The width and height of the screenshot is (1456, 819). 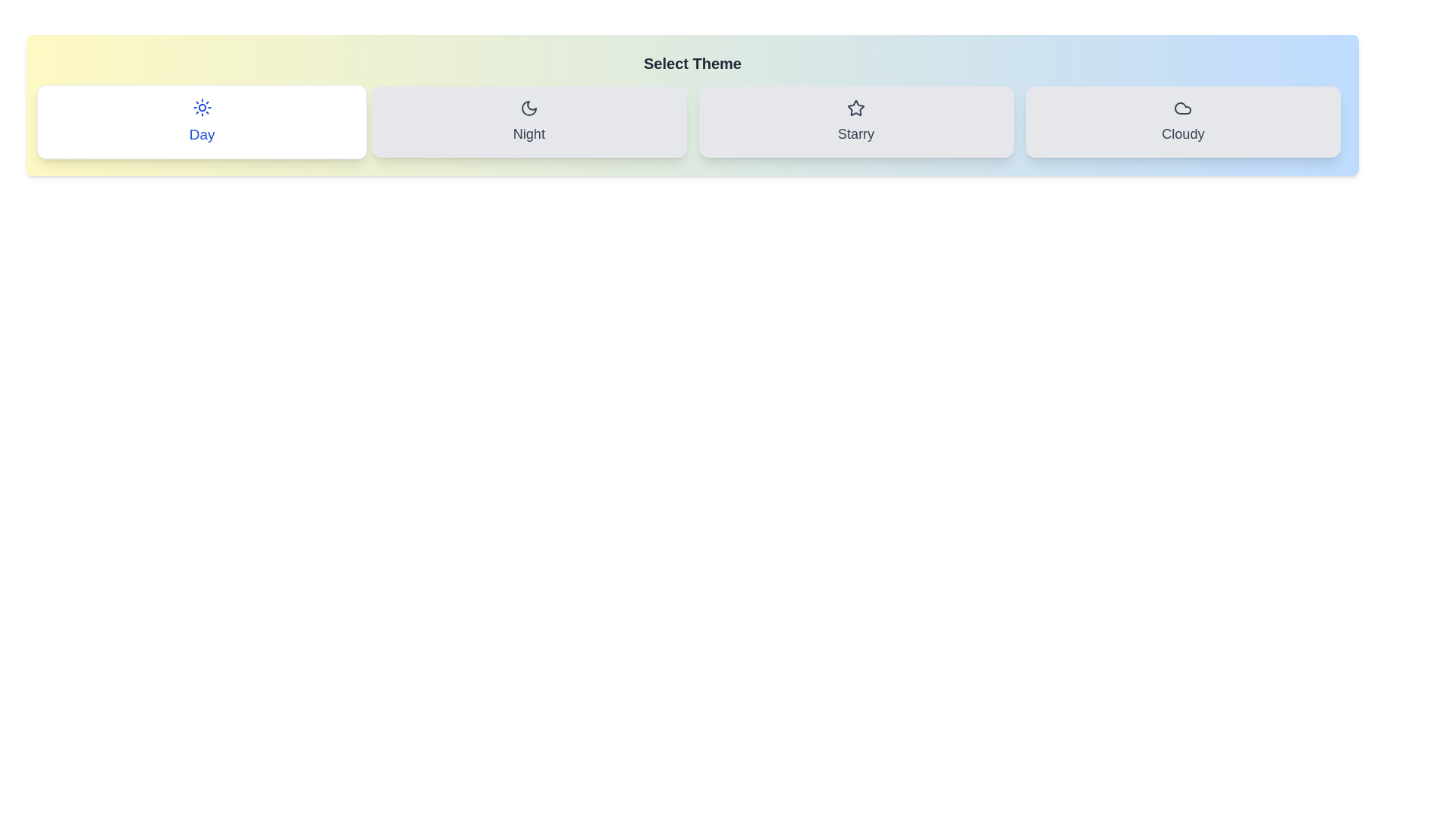 I want to click on the button corresponding to the Day theme, so click(x=201, y=121).